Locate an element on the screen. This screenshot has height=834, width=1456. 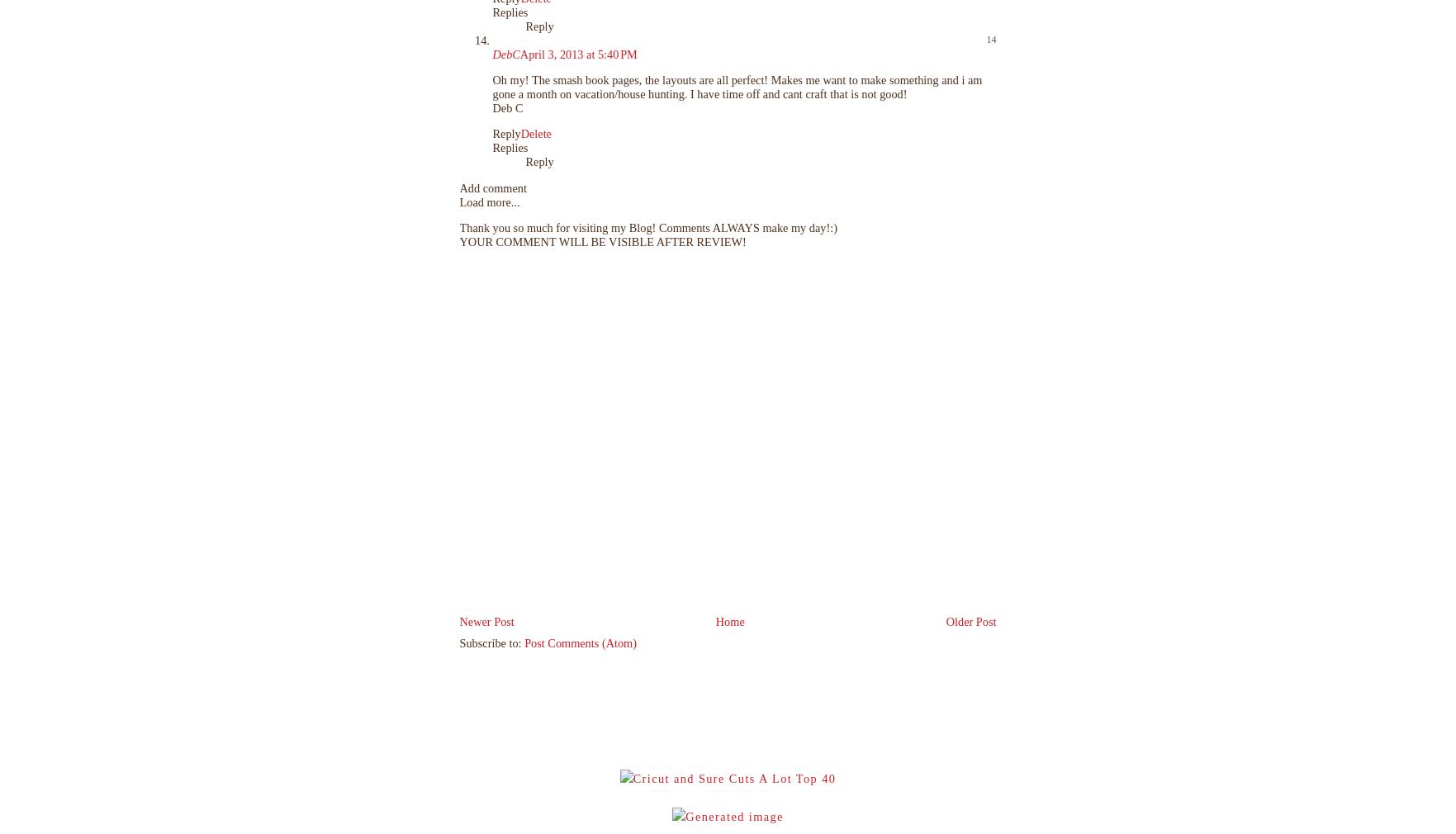
'Delete' is located at coordinates (519, 133).